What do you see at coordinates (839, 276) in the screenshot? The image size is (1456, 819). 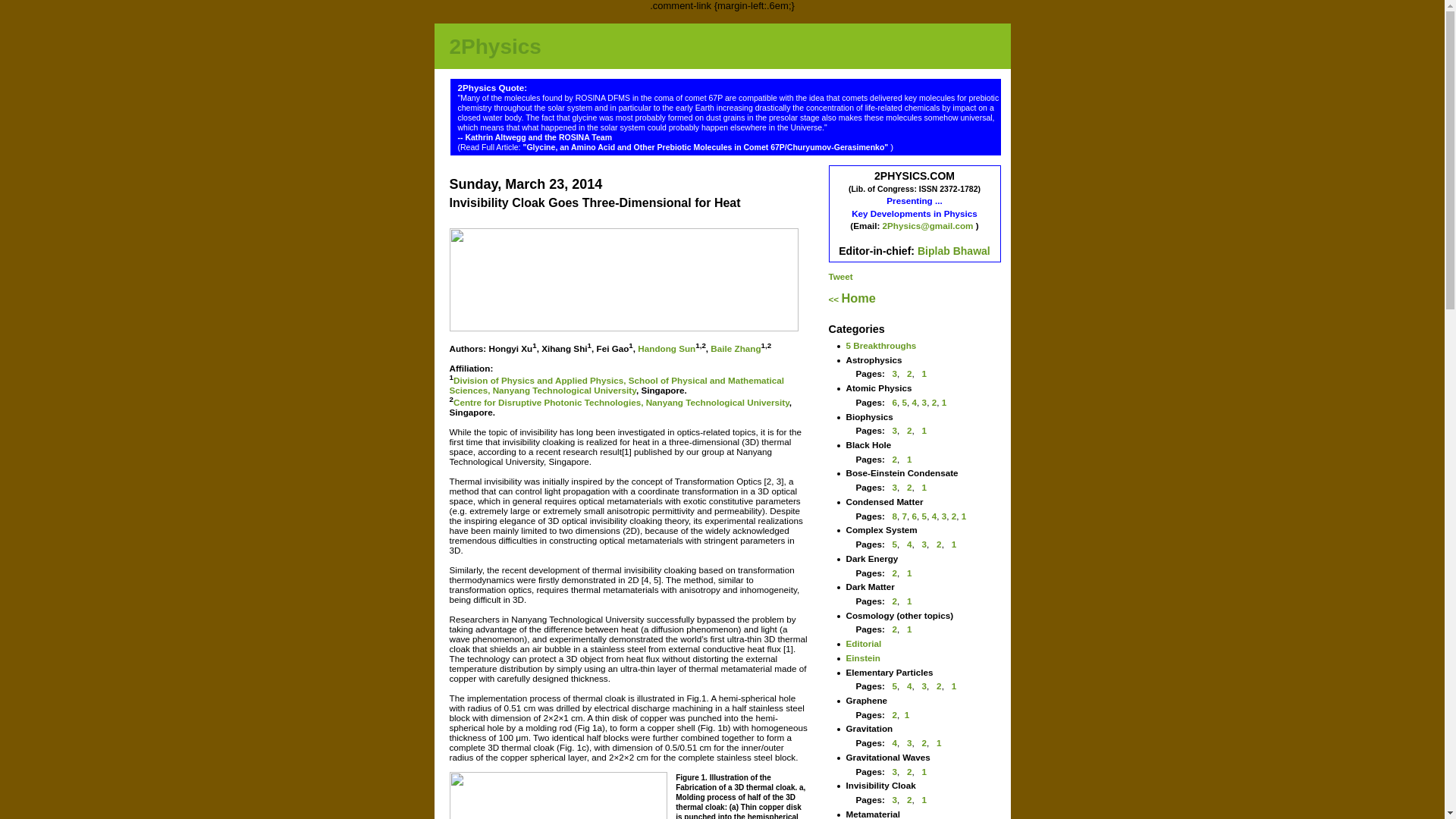 I see `'Tweet'` at bounding box center [839, 276].